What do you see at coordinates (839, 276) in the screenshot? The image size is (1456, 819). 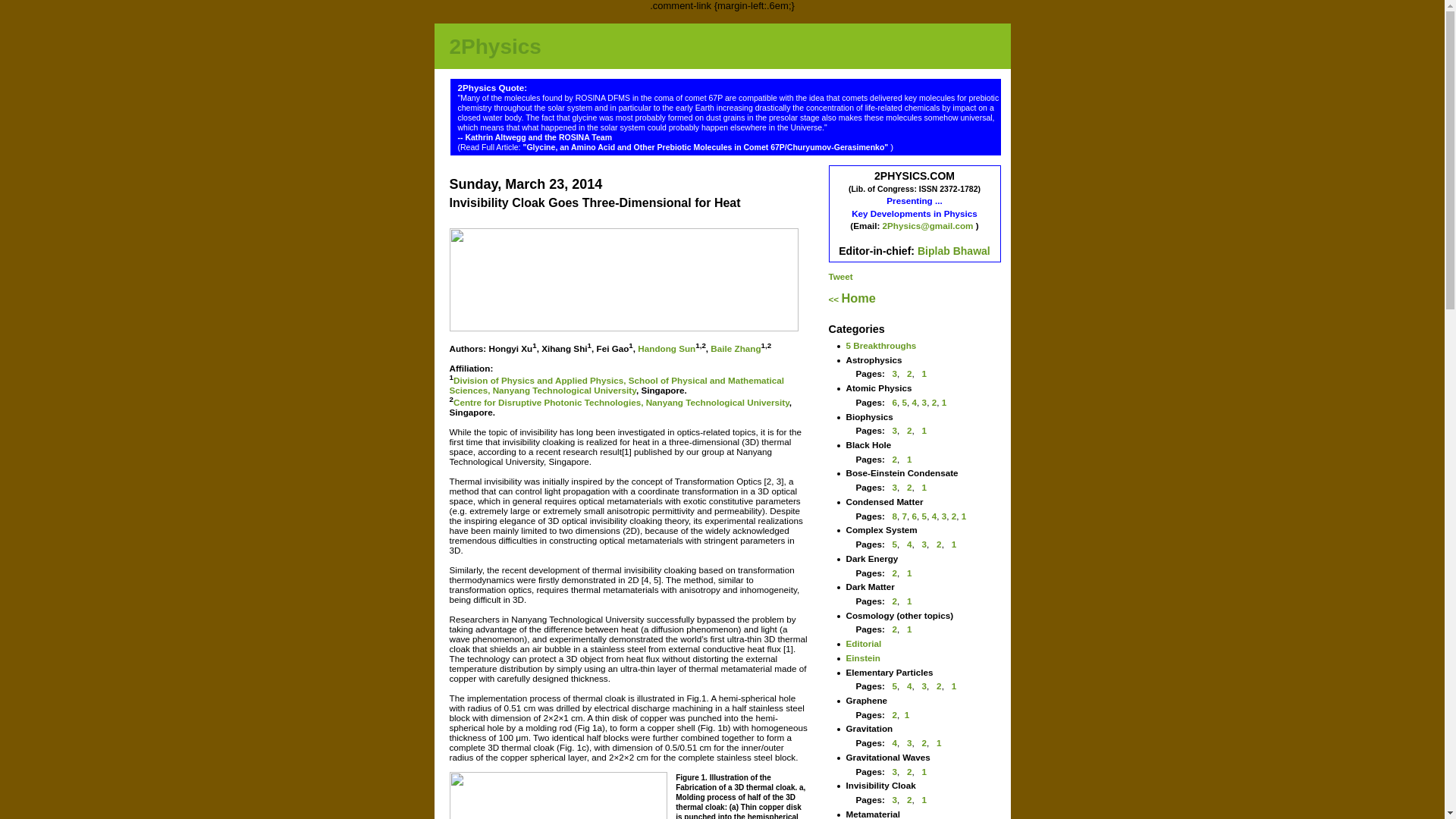 I see `'Tweet'` at bounding box center [839, 276].